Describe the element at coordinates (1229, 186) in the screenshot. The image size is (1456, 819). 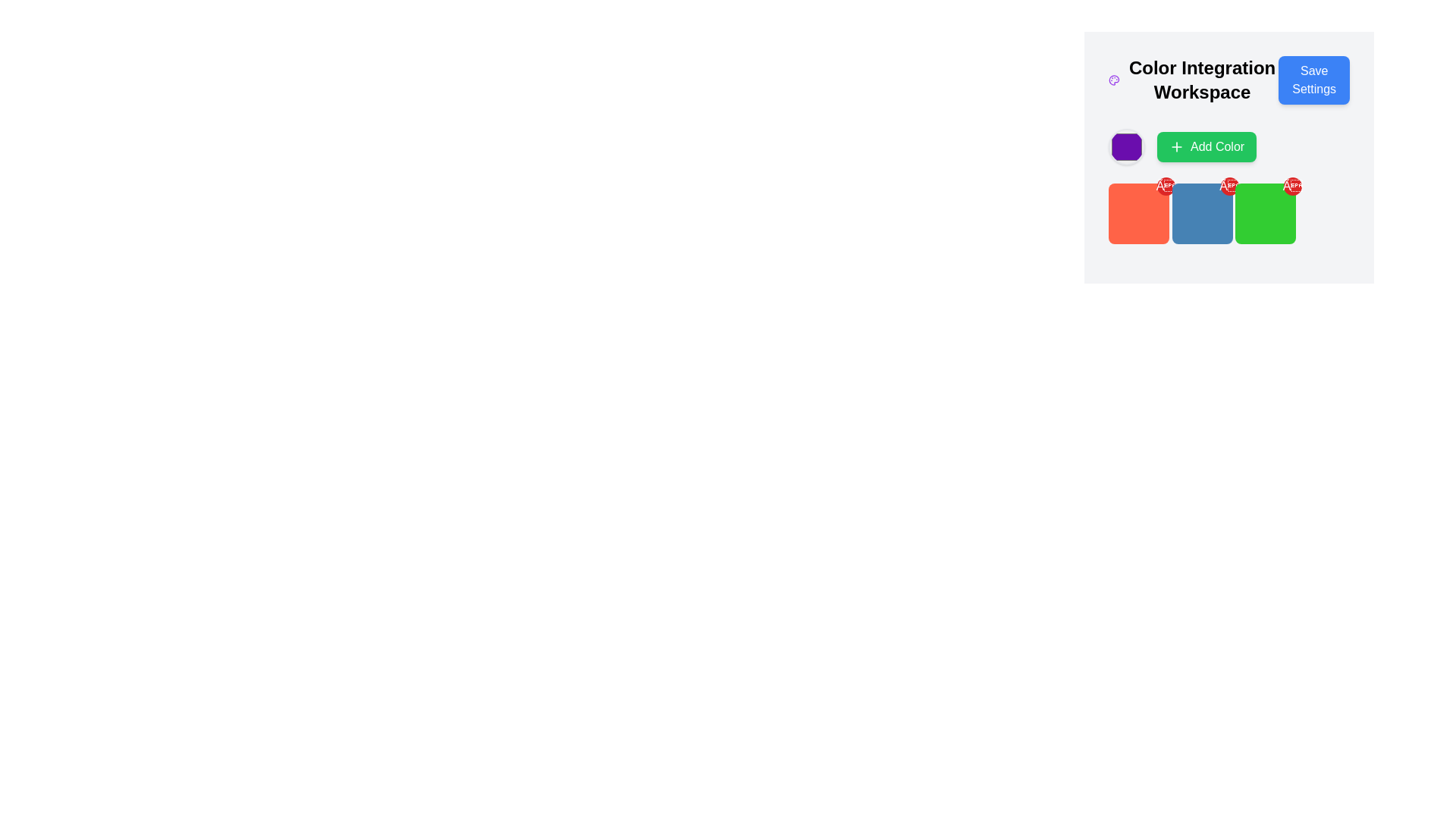
I see `the close or delete button located at the top-right corner of the blue square tile in the second position among three tiles below the header 'Color Integration Workspace'` at that location.